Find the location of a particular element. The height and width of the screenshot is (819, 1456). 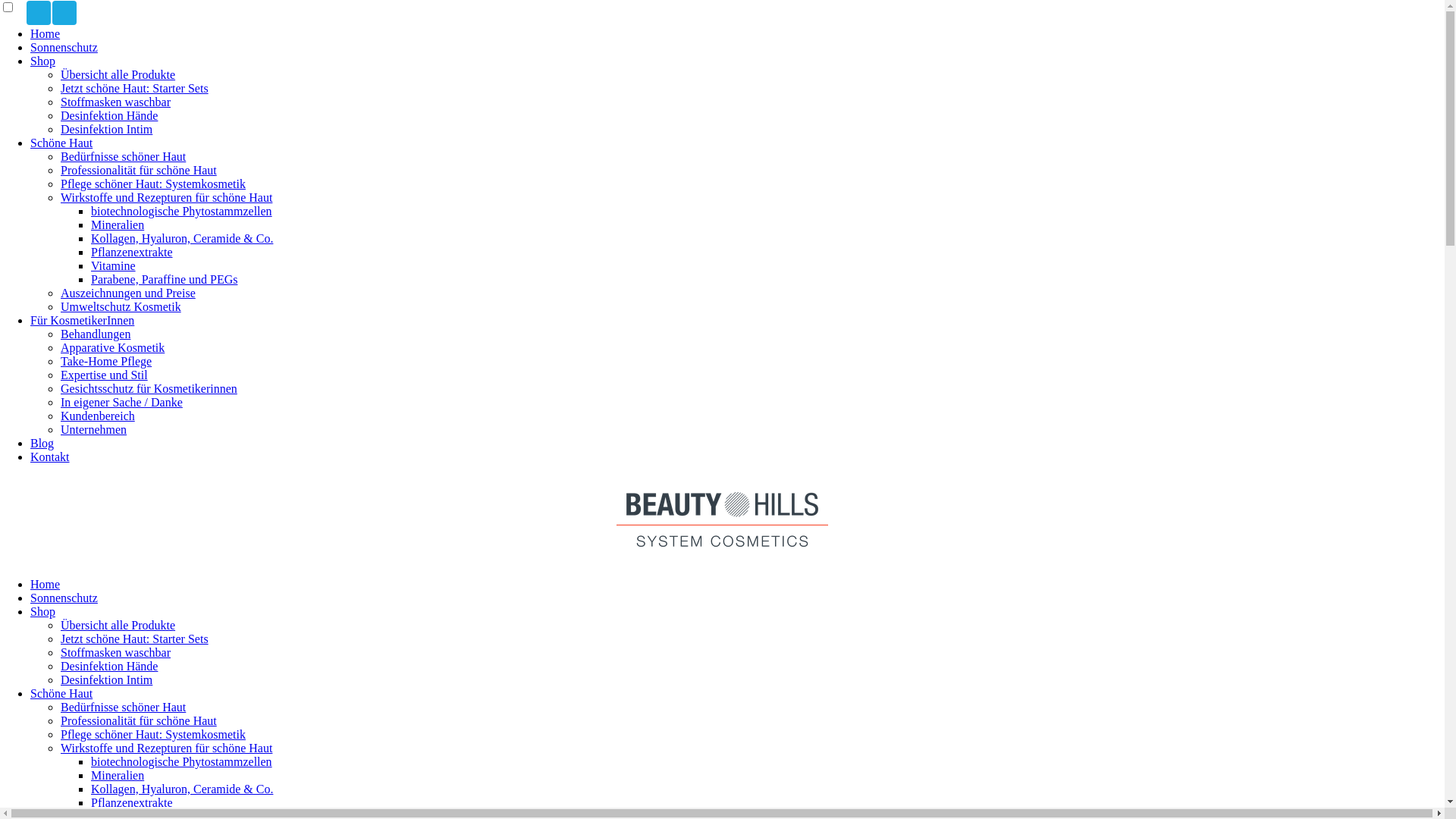

'Pflanzenextrakte' is located at coordinates (131, 251).